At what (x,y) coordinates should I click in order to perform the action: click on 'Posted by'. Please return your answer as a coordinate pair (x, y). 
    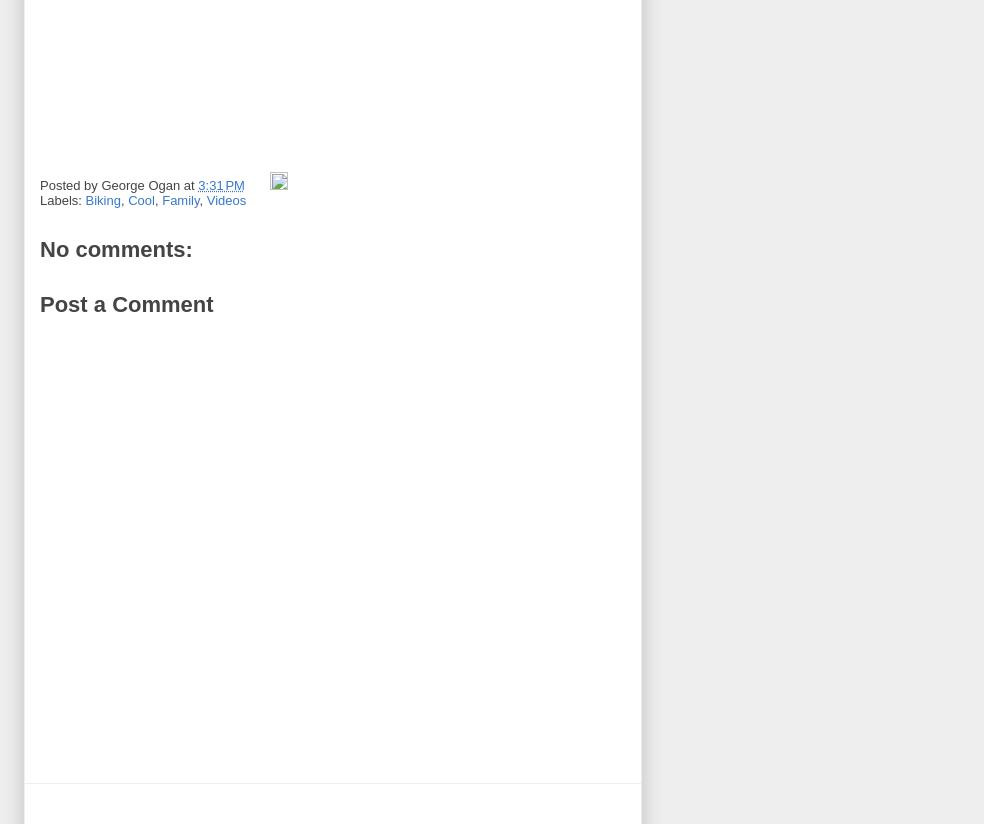
    Looking at the image, I should click on (69, 184).